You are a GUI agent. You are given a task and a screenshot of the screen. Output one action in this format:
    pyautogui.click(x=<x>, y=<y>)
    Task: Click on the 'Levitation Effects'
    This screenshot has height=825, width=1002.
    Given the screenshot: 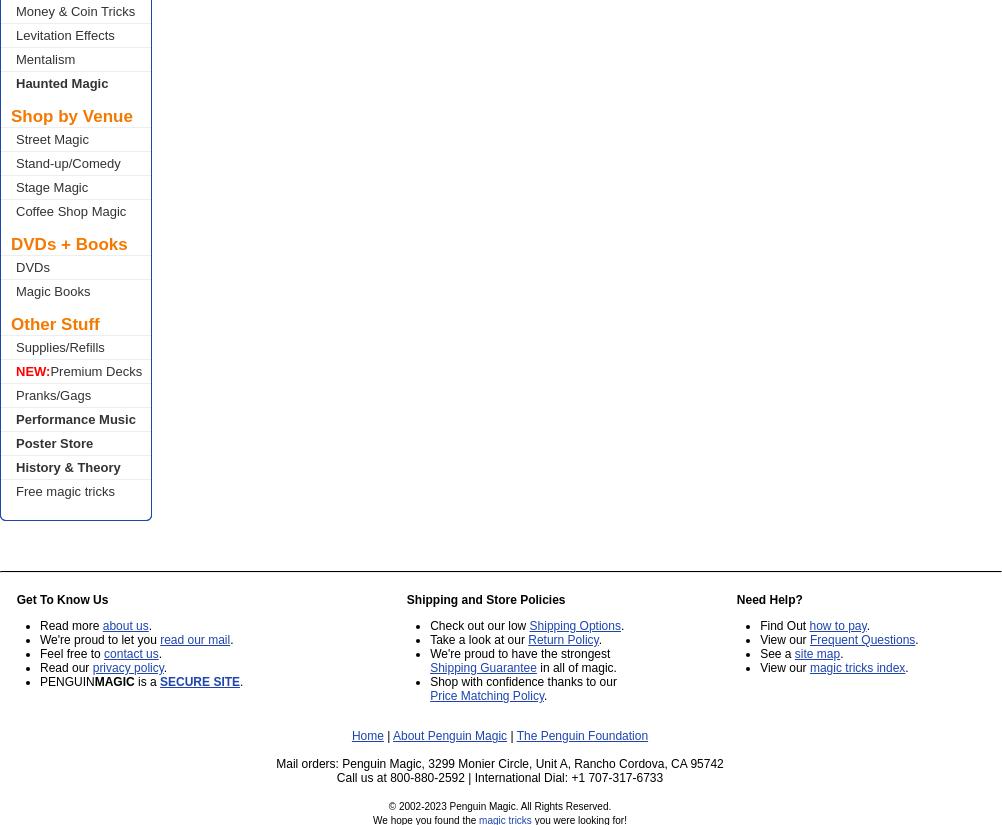 What is the action you would take?
    pyautogui.click(x=65, y=35)
    